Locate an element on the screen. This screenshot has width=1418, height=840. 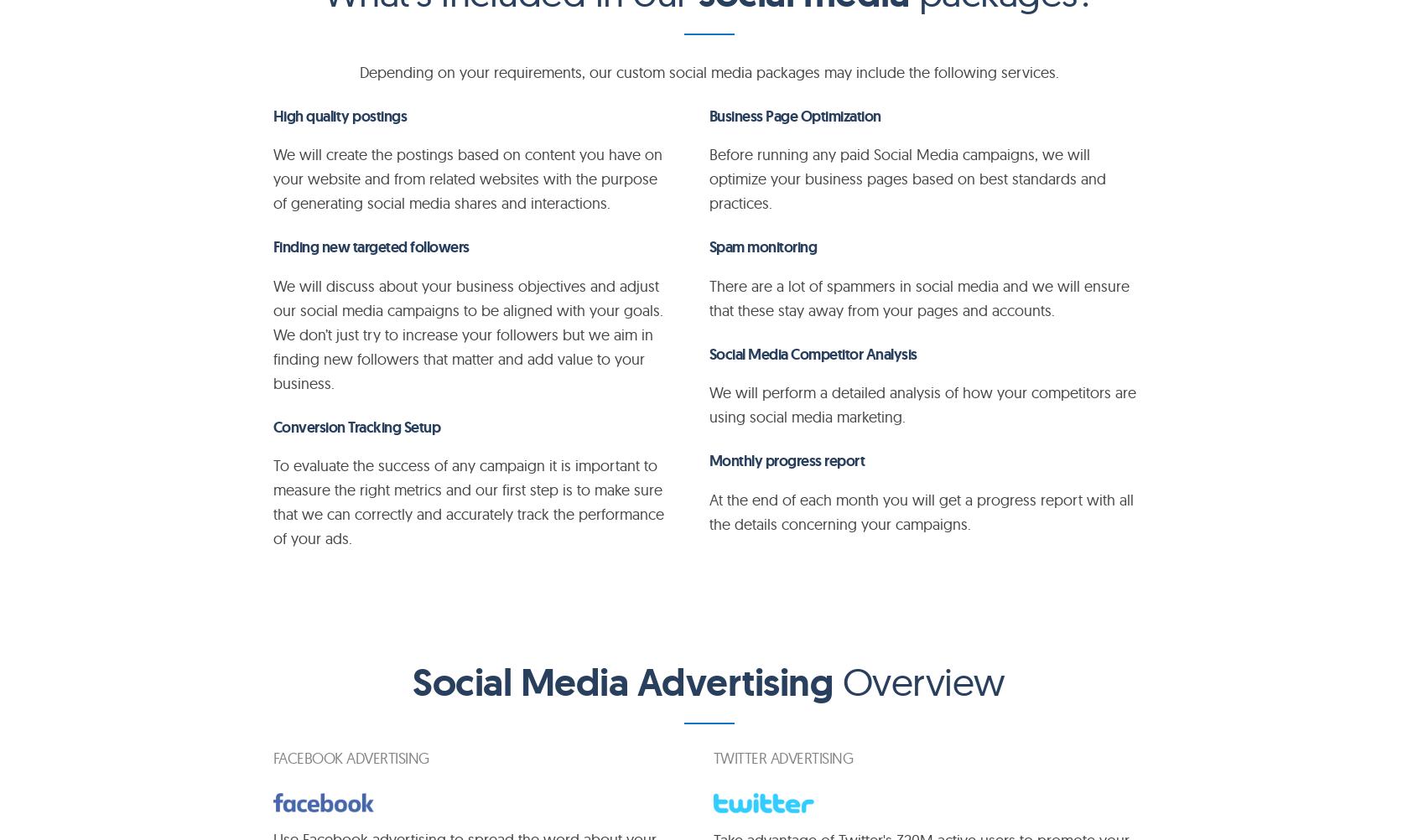
'Finding new targeted followers' is located at coordinates (371, 246).